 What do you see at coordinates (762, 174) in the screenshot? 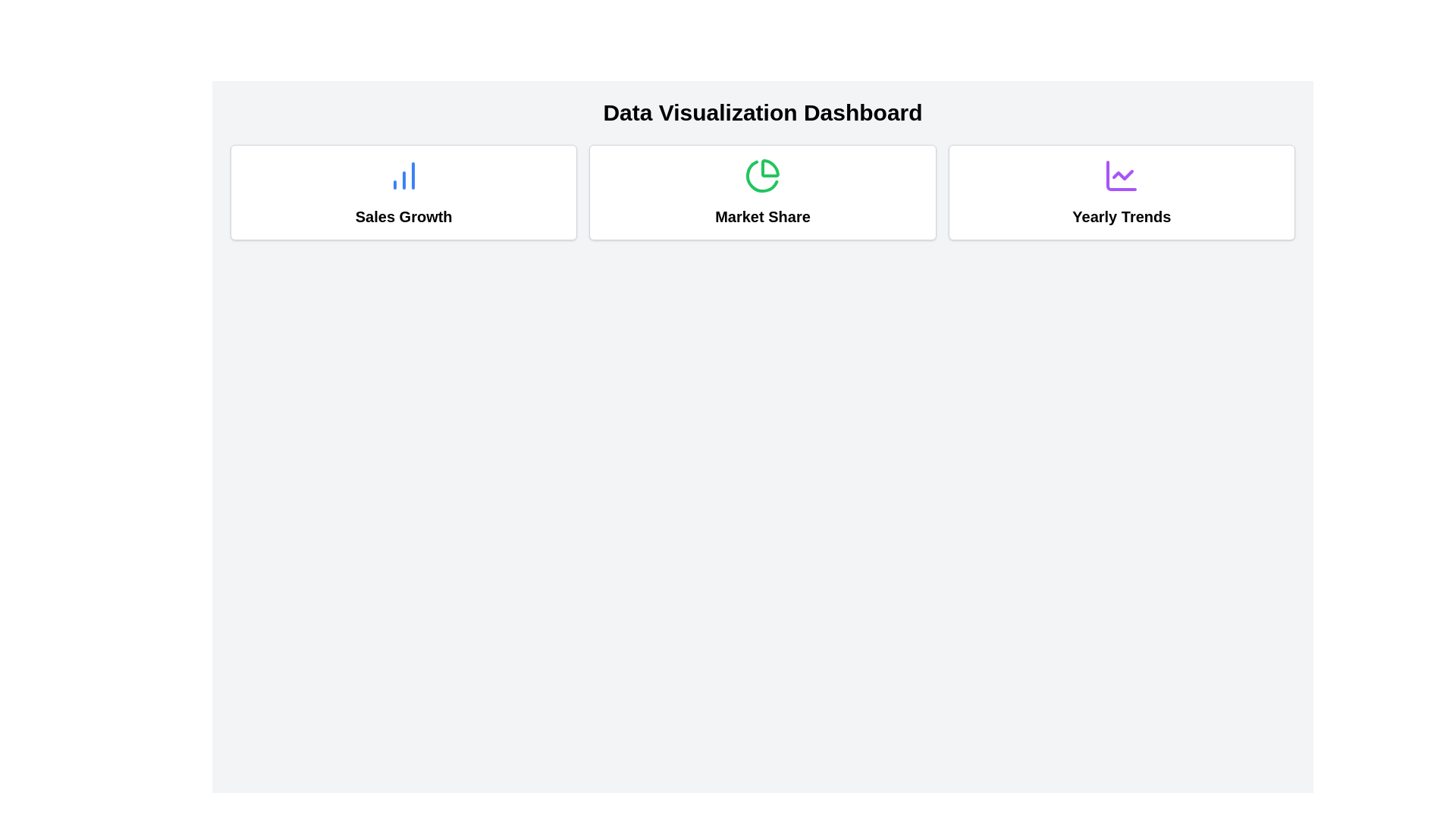
I see `the green pie chart icon located in the center panel labeled 'Market Share' under the 'Data Visualization Dashboard' title` at bounding box center [762, 174].